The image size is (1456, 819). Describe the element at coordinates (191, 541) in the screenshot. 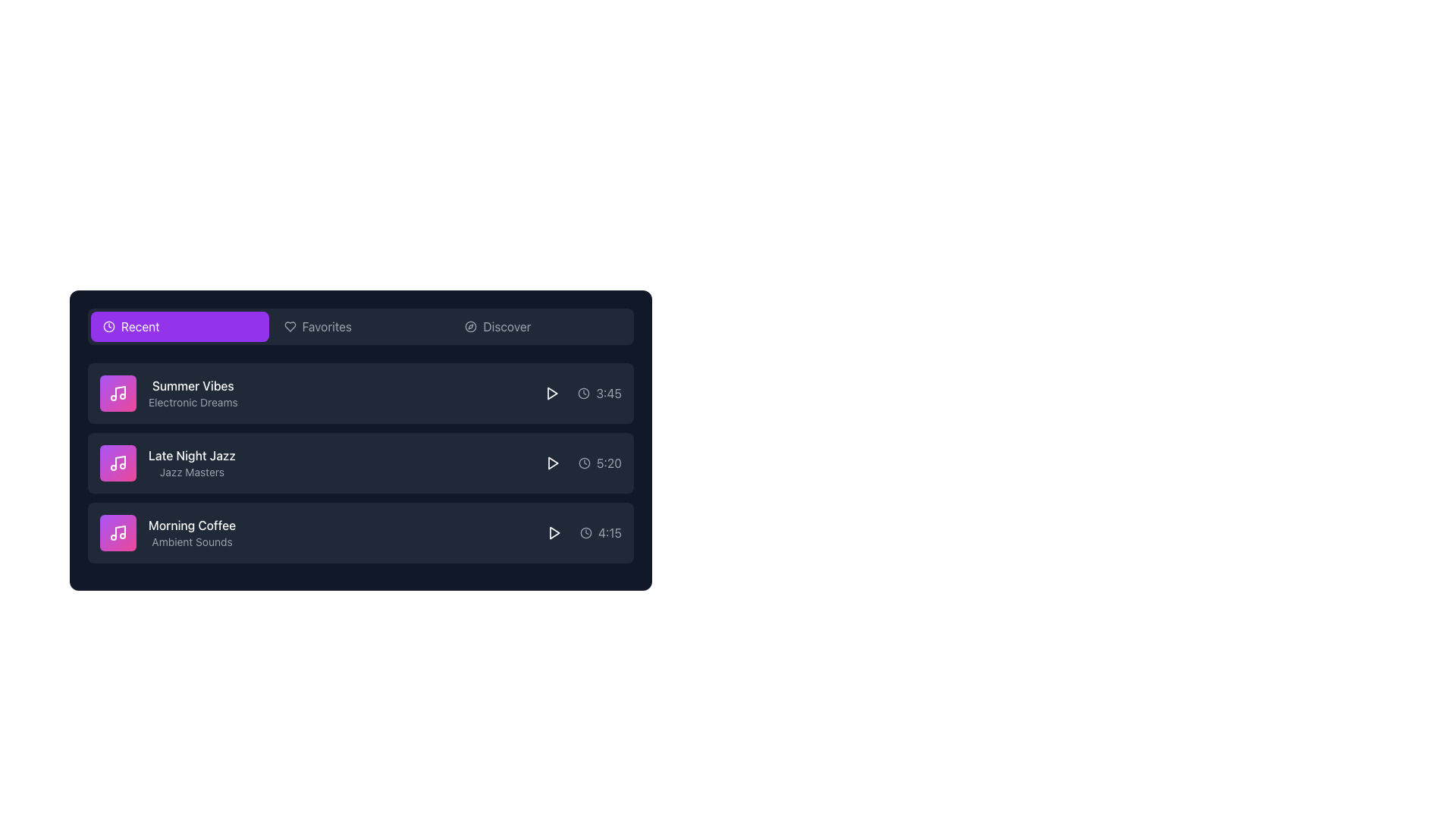

I see `the textual element displaying 'Ambient Sounds' which is styled in a smaller, gray-colored font and located below 'Morning Coffee' in the interface` at that location.